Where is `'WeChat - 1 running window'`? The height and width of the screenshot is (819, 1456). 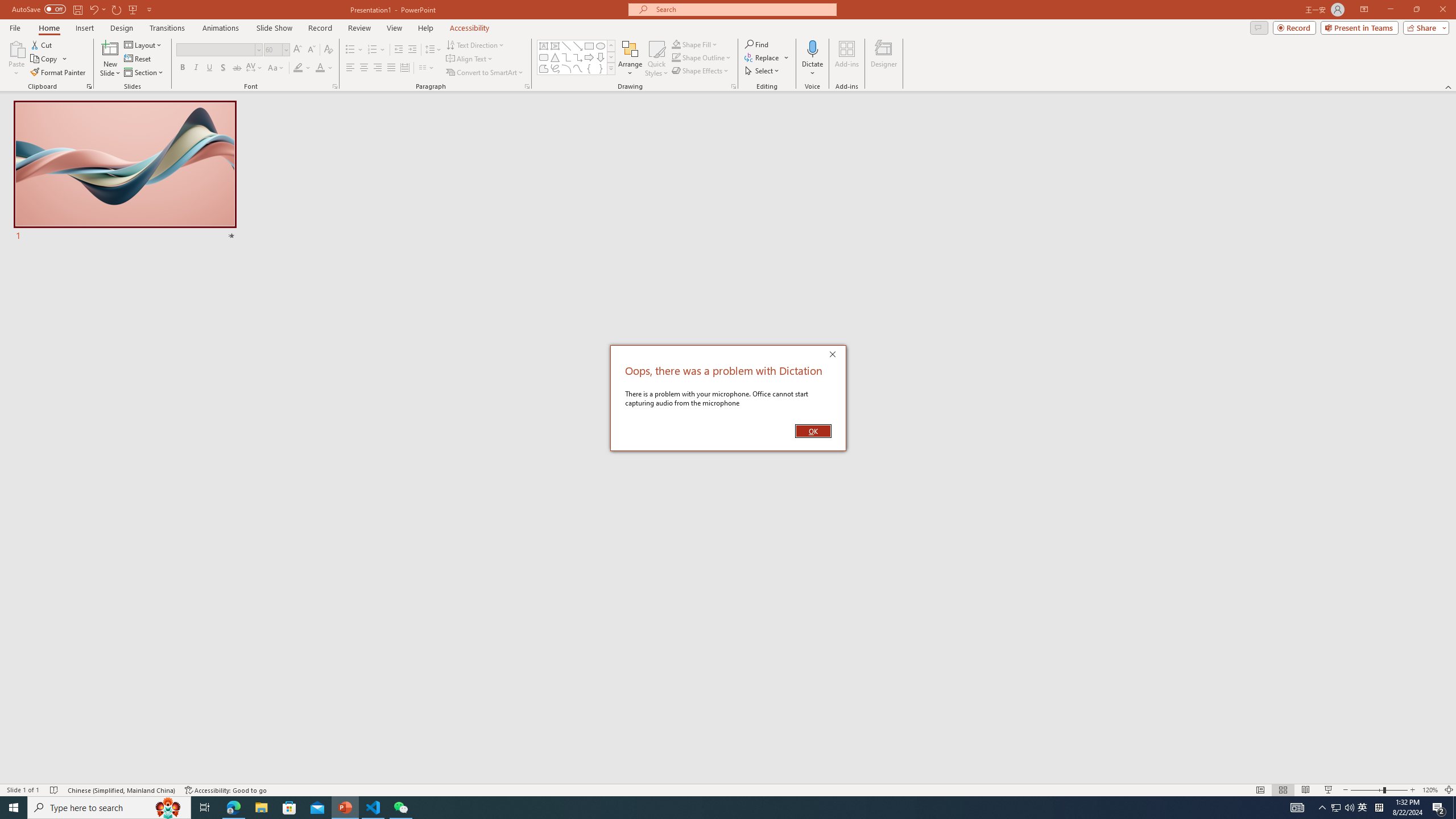
'WeChat - 1 running window' is located at coordinates (401, 806).